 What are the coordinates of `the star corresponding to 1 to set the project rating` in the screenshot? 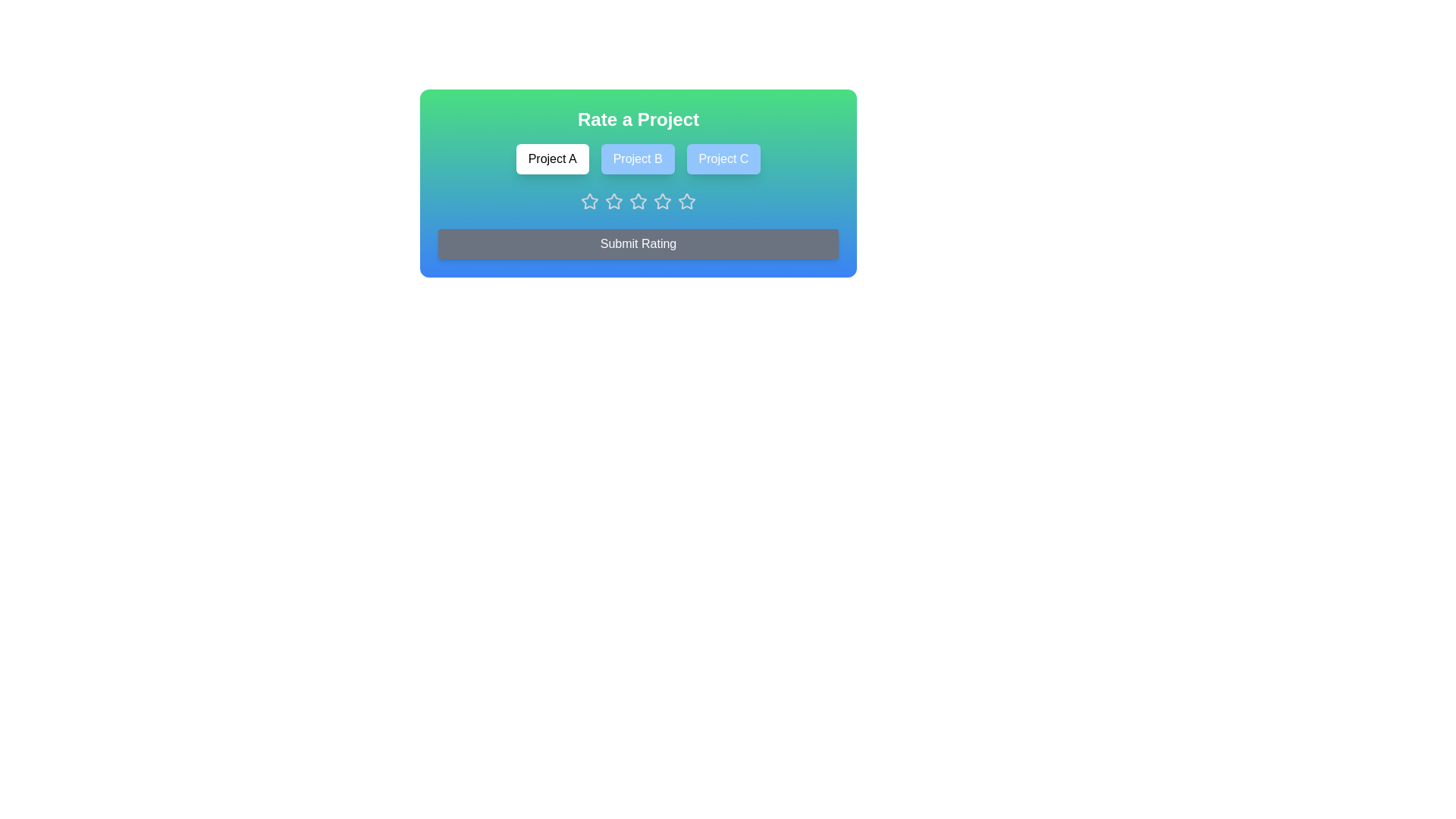 It's located at (588, 201).